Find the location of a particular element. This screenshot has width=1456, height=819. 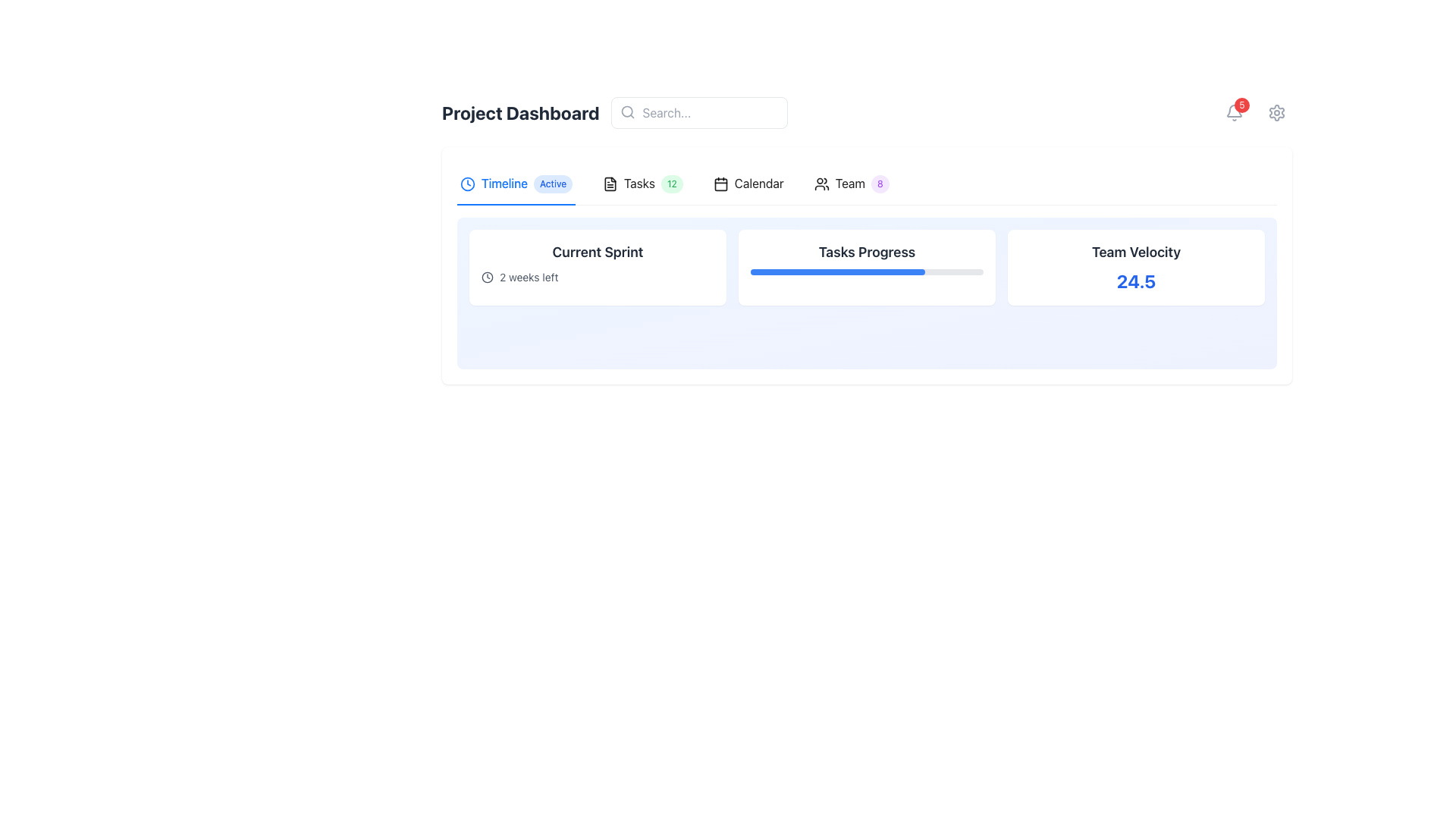

the small, circular magnifying glass icon with a gray outline located within the search bar in the header section, which signifies search functionality is located at coordinates (628, 111).